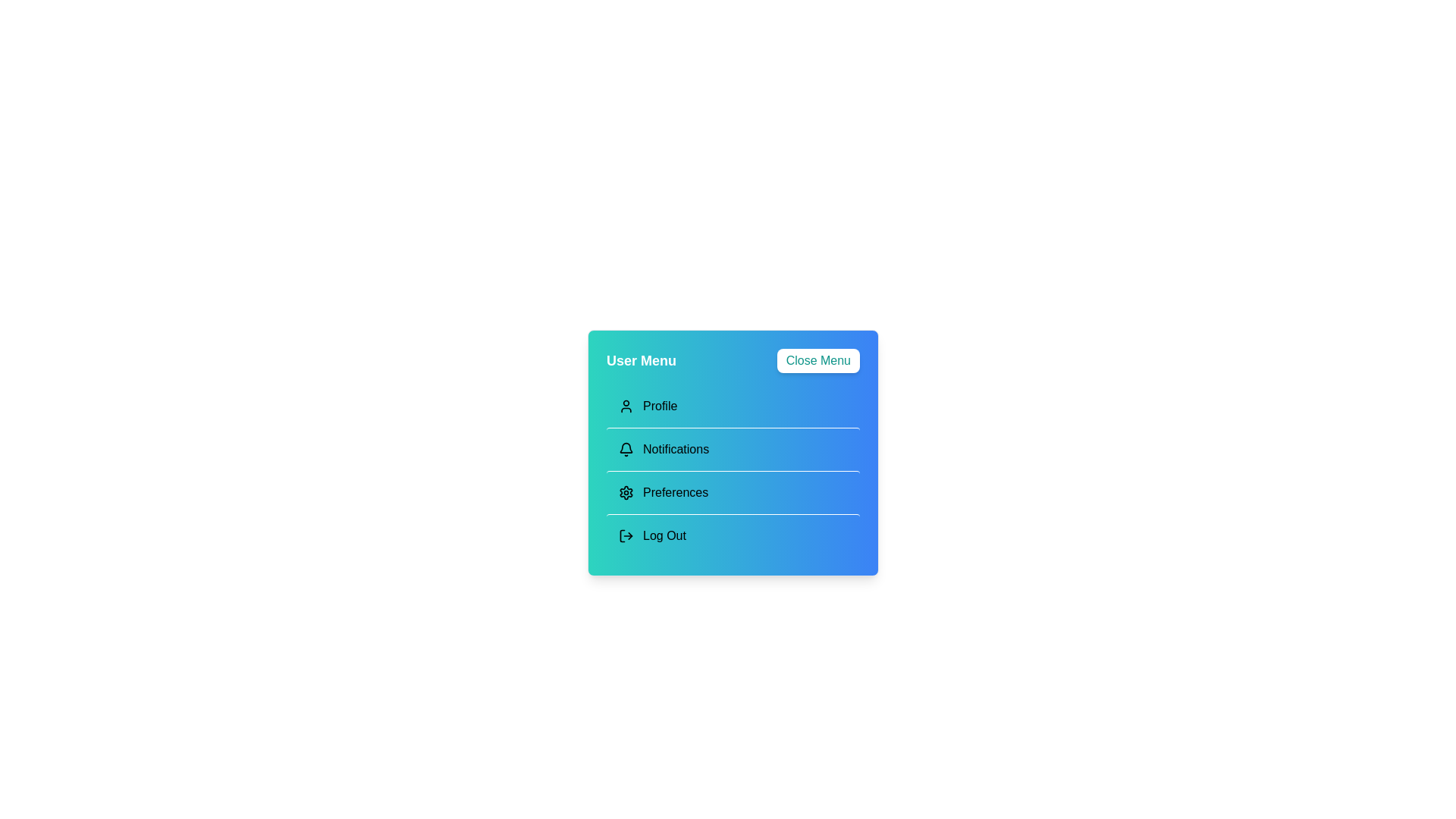 This screenshot has height=819, width=1456. Describe the element at coordinates (733, 535) in the screenshot. I see `the menu option Log Out by clicking on its corresponding area` at that location.